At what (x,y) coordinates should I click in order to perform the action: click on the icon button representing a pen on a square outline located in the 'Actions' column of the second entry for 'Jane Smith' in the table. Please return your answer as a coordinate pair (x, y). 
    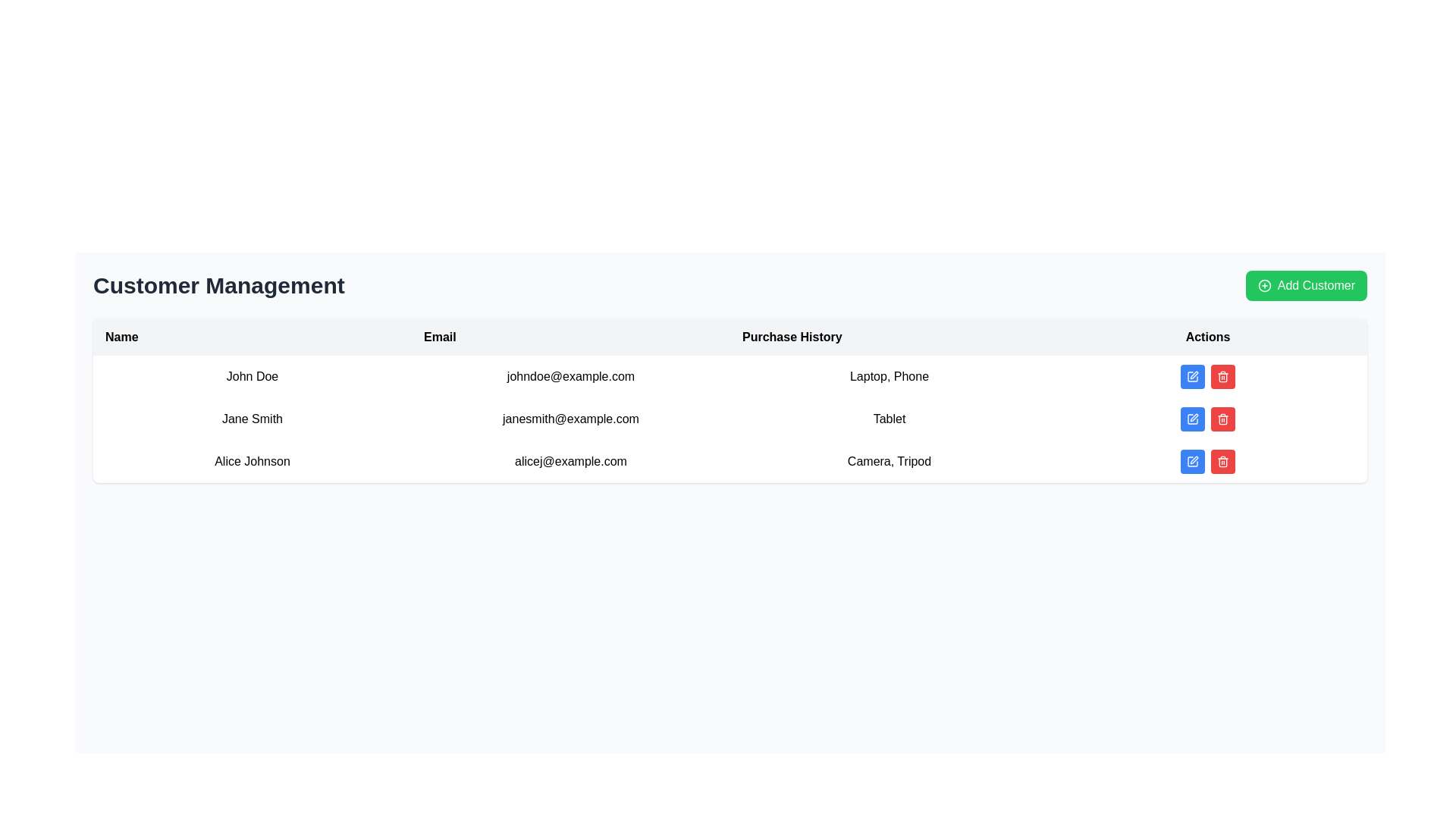
    Looking at the image, I should click on (1192, 419).